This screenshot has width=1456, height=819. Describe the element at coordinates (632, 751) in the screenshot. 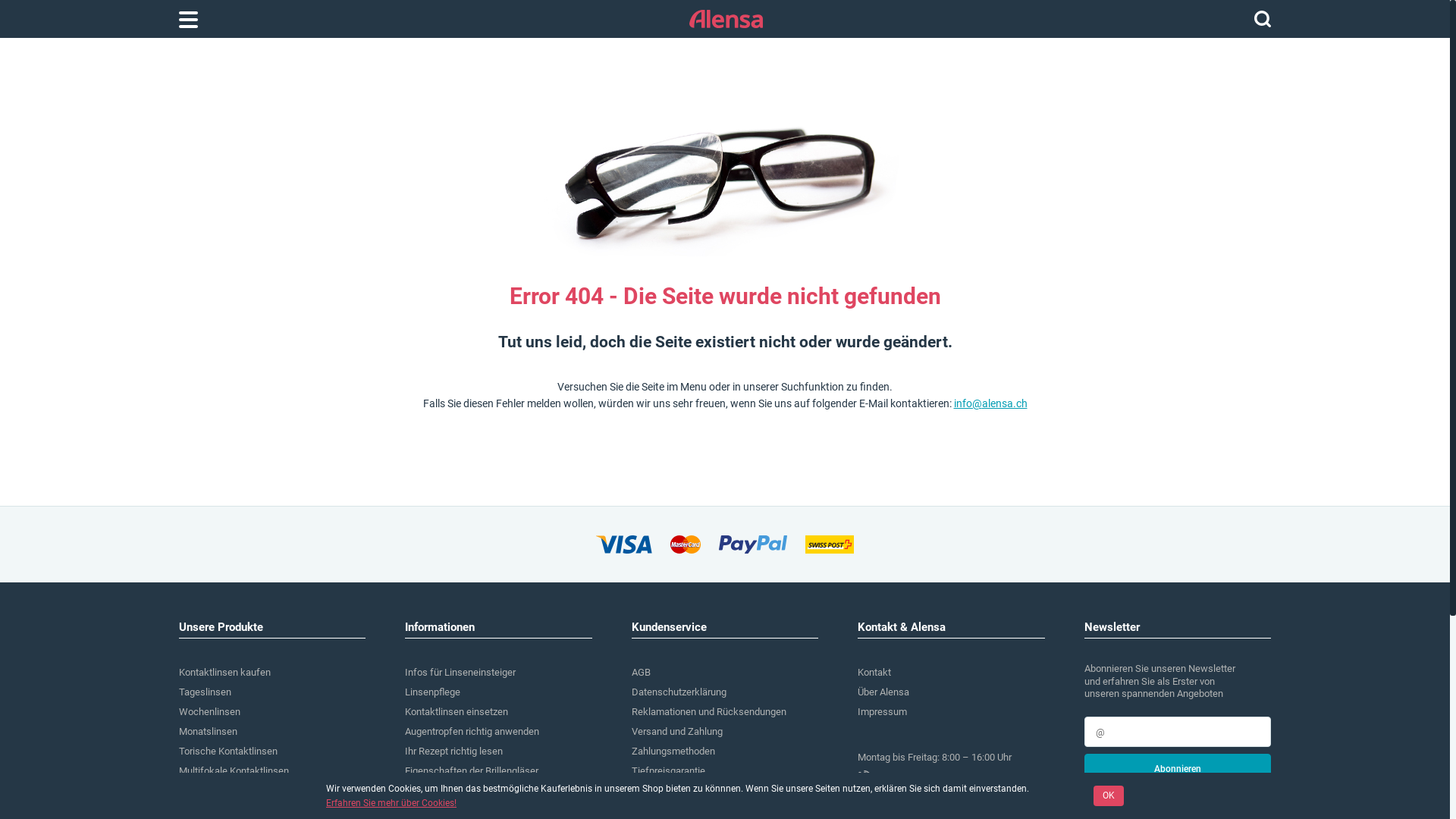

I see `'Zahlungsmethoden'` at that location.